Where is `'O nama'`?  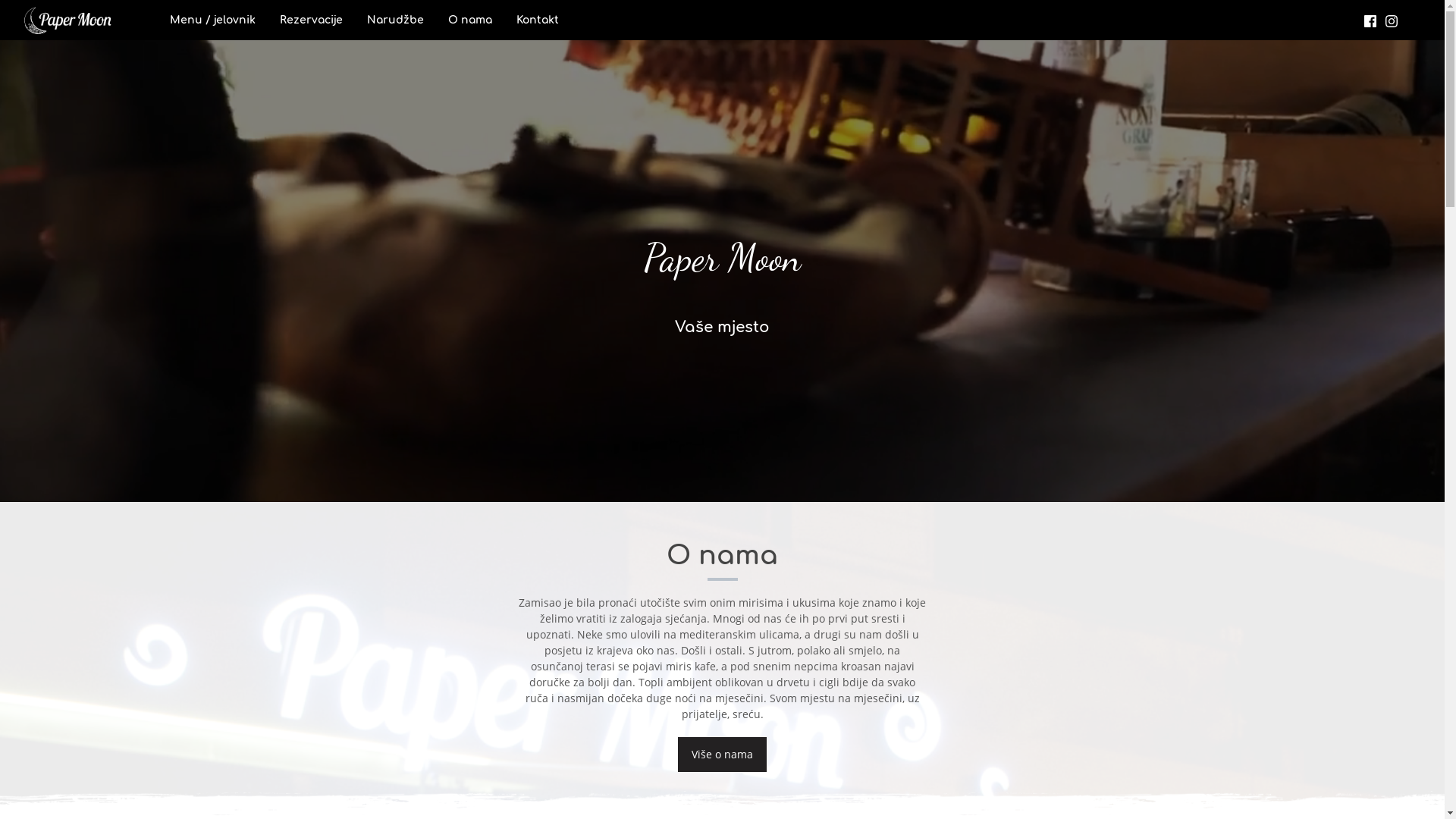 'O nama' is located at coordinates (469, 20).